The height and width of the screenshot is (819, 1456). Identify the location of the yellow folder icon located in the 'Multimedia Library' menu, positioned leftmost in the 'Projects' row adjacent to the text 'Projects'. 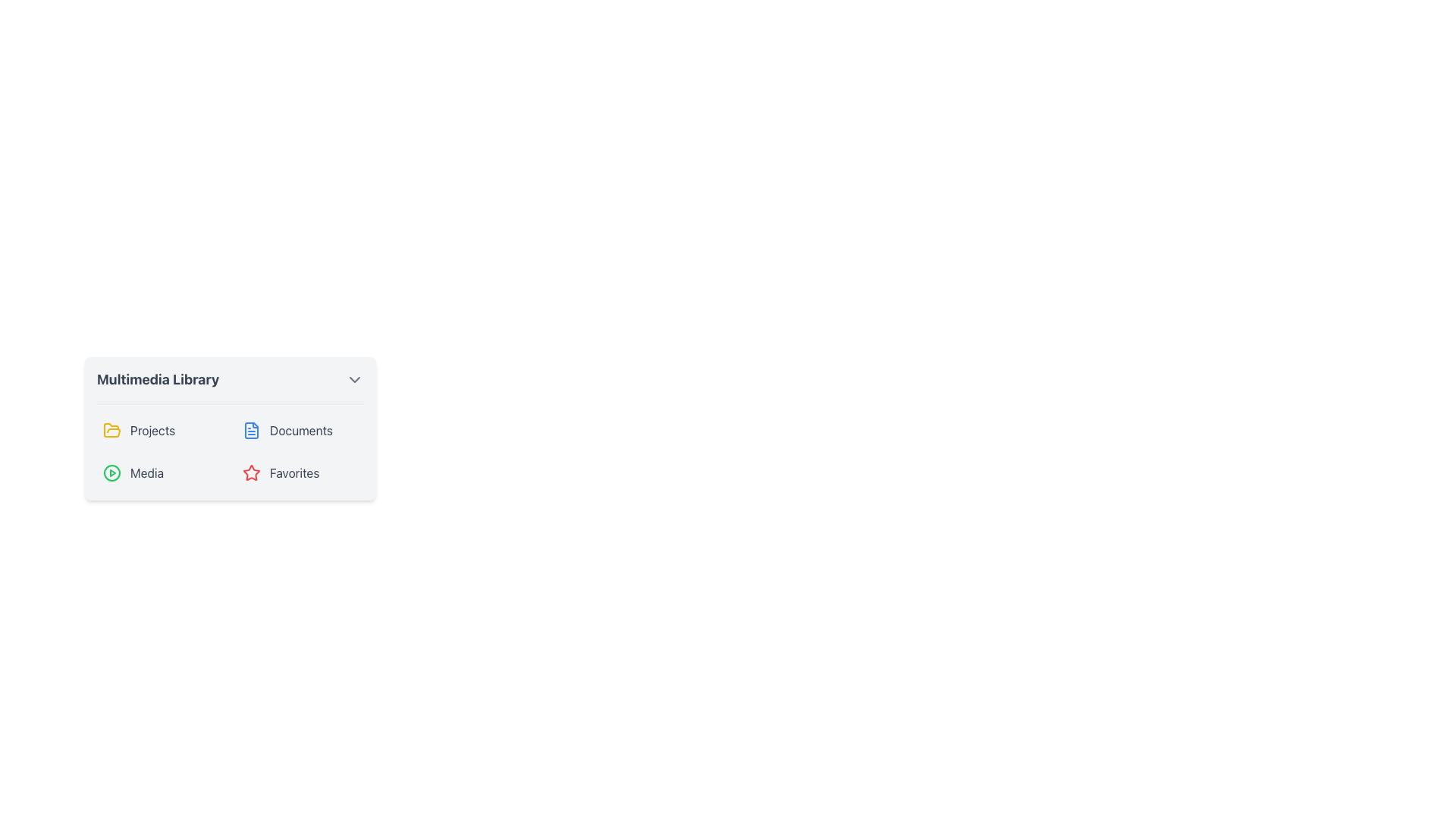
(111, 430).